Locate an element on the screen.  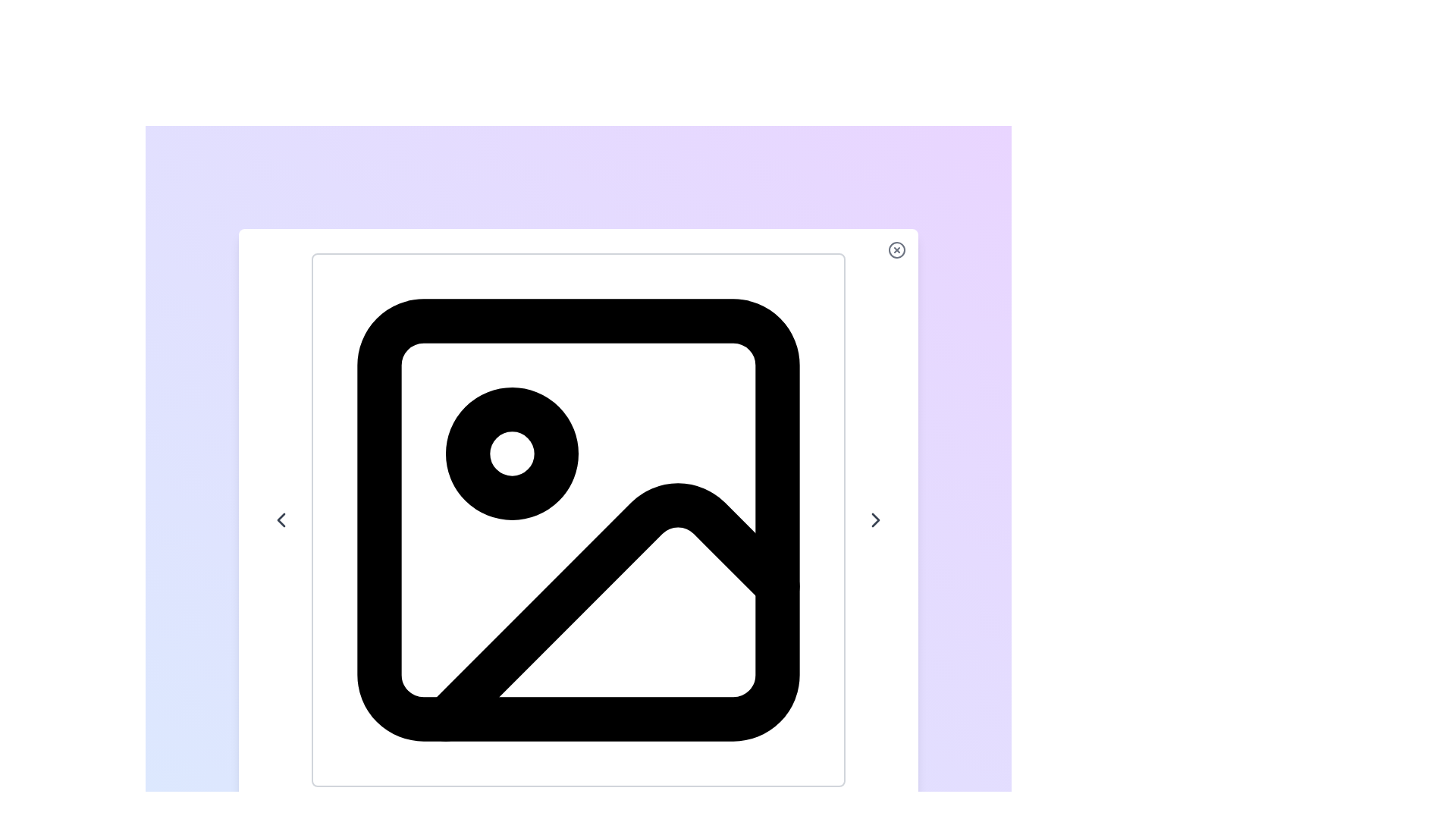
the right-pointing chevron icon located within the right arrow navigation button on the right edge of the interface, which is vertically aligned with the currently focused content is located at coordinates (876, 519).